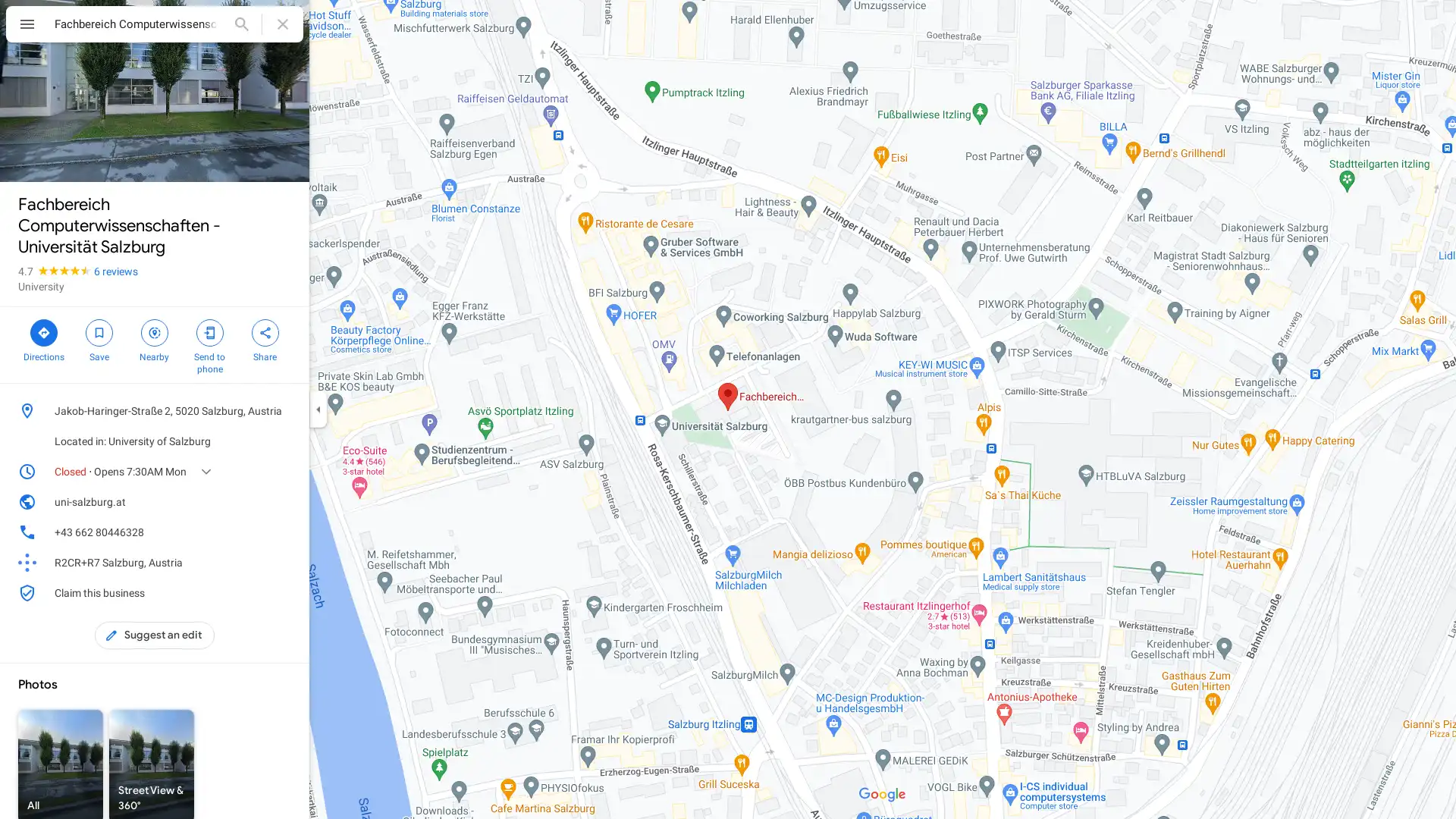  What do you see at coordinates (261, 562) in the screenshot?
I see `Copy plus code` at bounding box center [261, 562].